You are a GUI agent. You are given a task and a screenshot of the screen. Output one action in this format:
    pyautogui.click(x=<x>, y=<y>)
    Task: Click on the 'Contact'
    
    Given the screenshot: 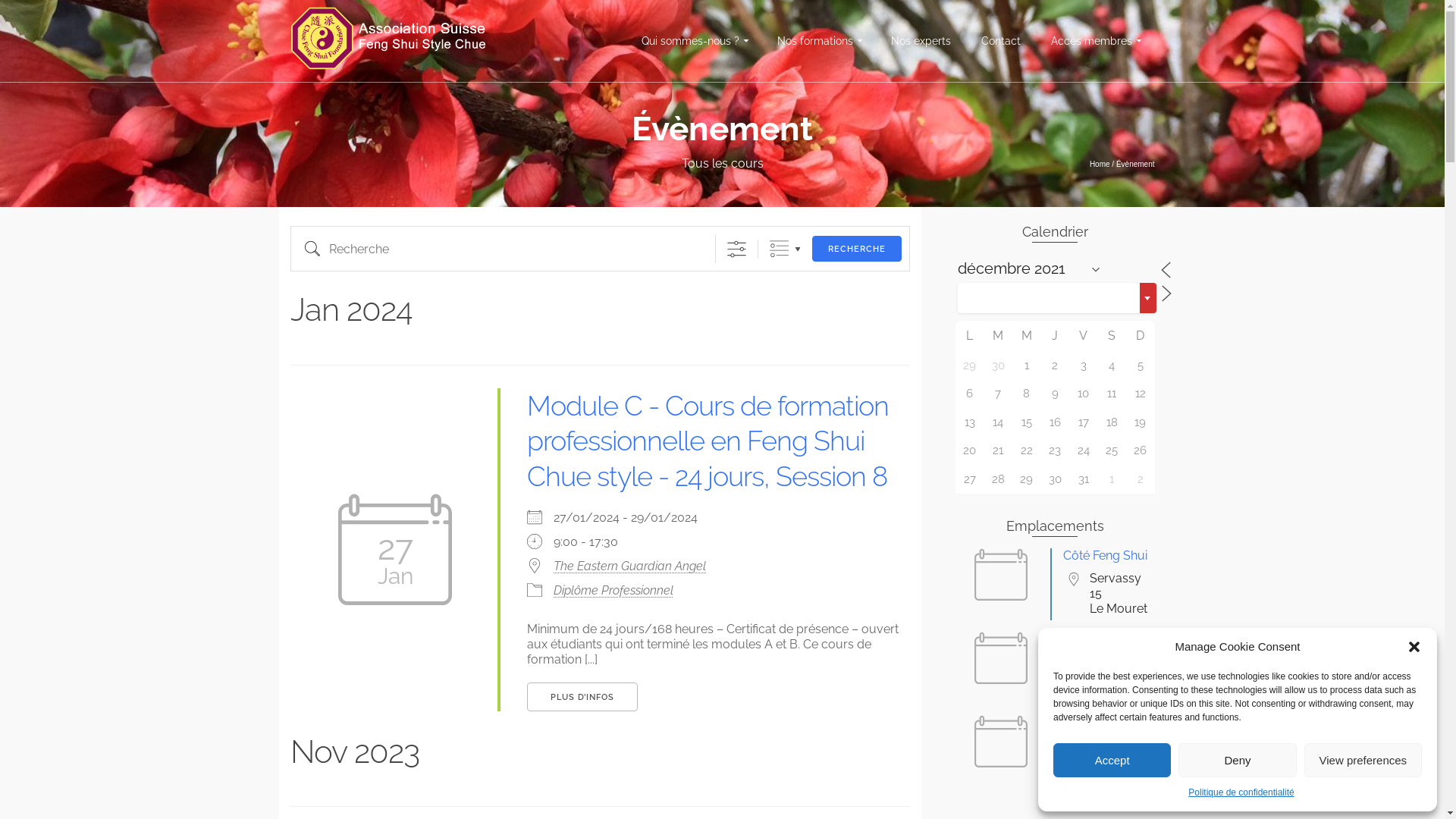 What is the action you would take?
    pyautogui.click(x=1001, y=40)
    